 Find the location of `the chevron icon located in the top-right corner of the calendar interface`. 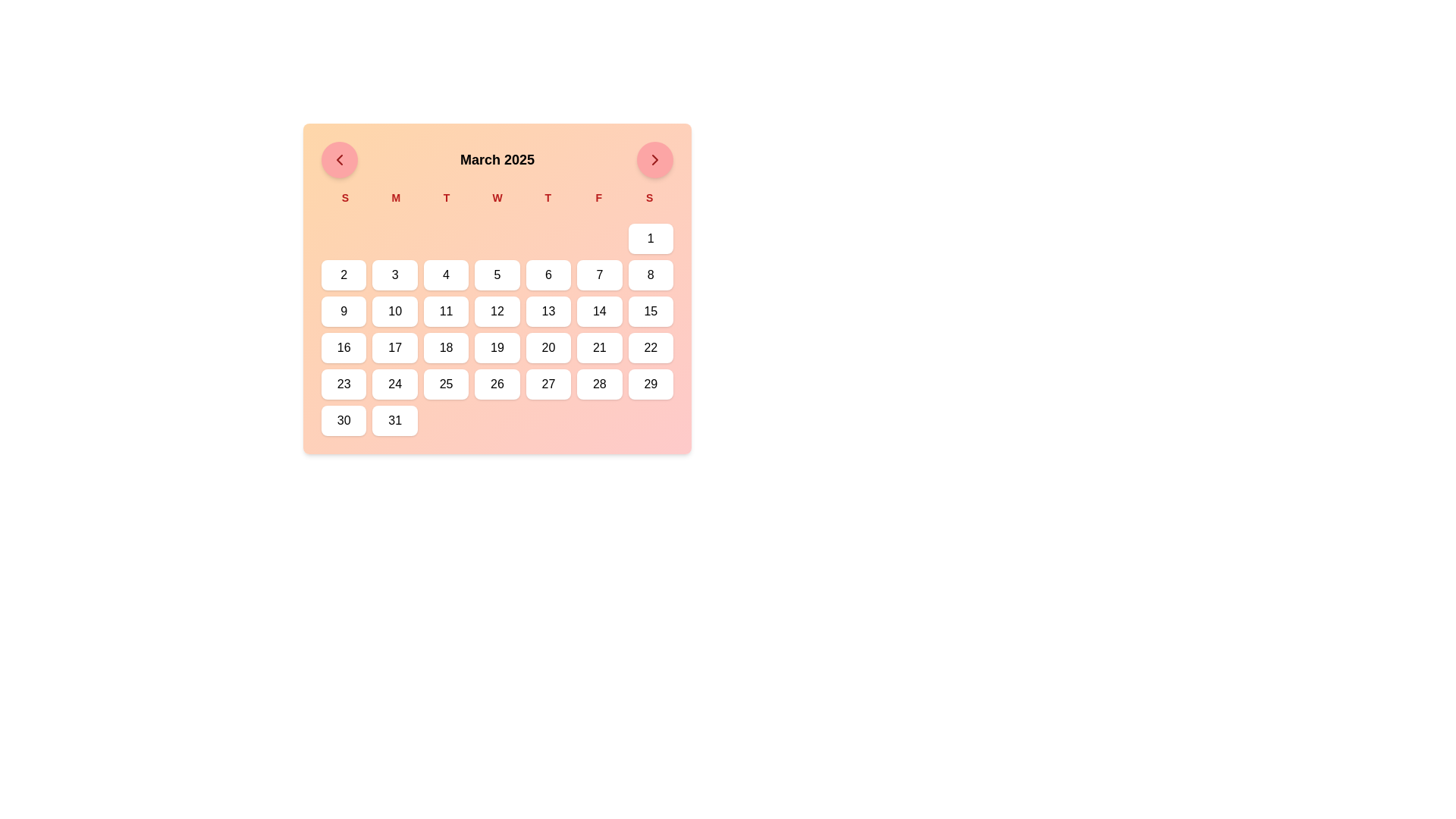

the chevron icon located in the top-right corner of the calendar interface is located at coordinates (655, 160).